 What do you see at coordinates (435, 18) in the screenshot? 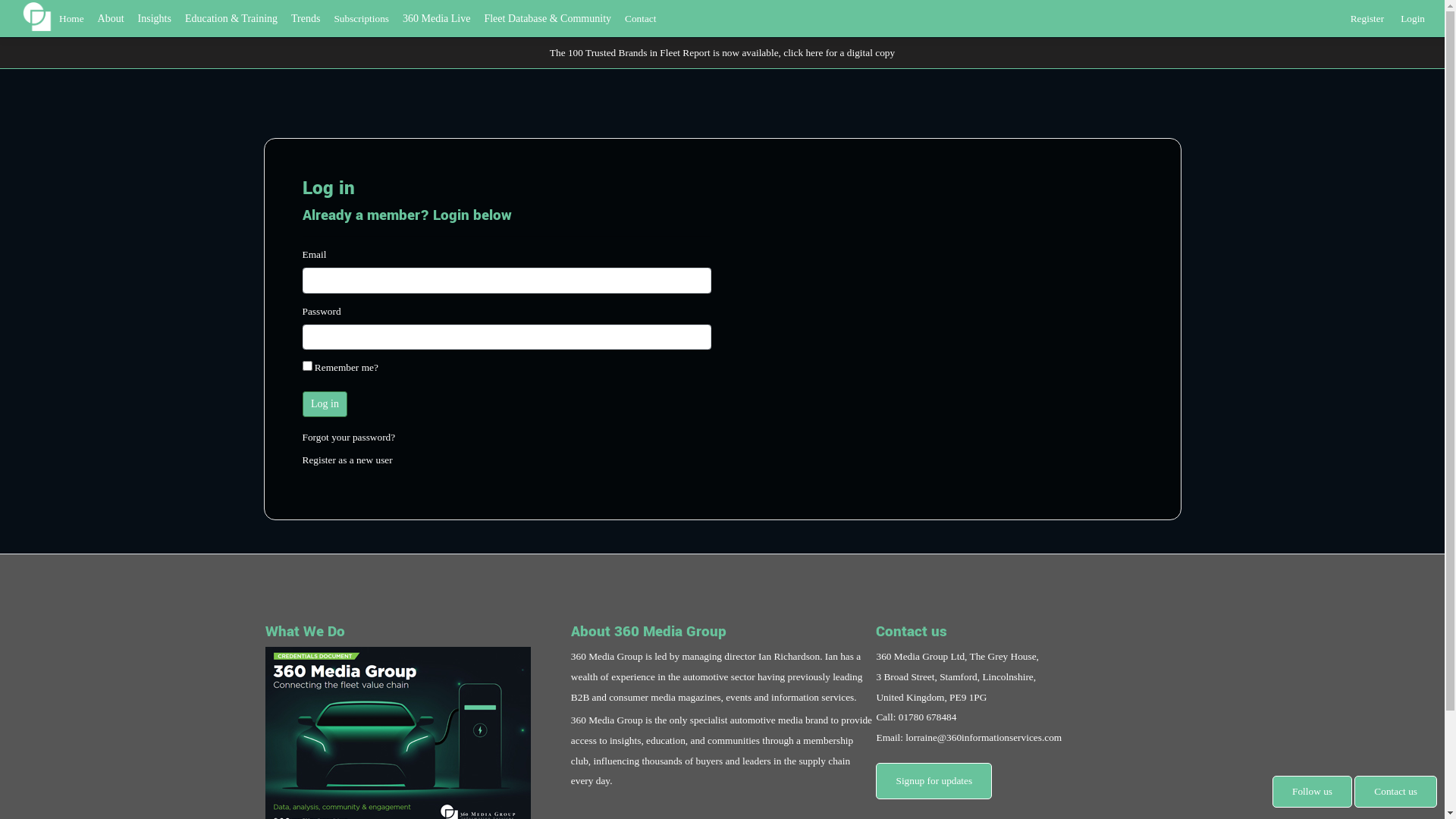
I see `'360 Media Live'` at bounding box center [435, 18].